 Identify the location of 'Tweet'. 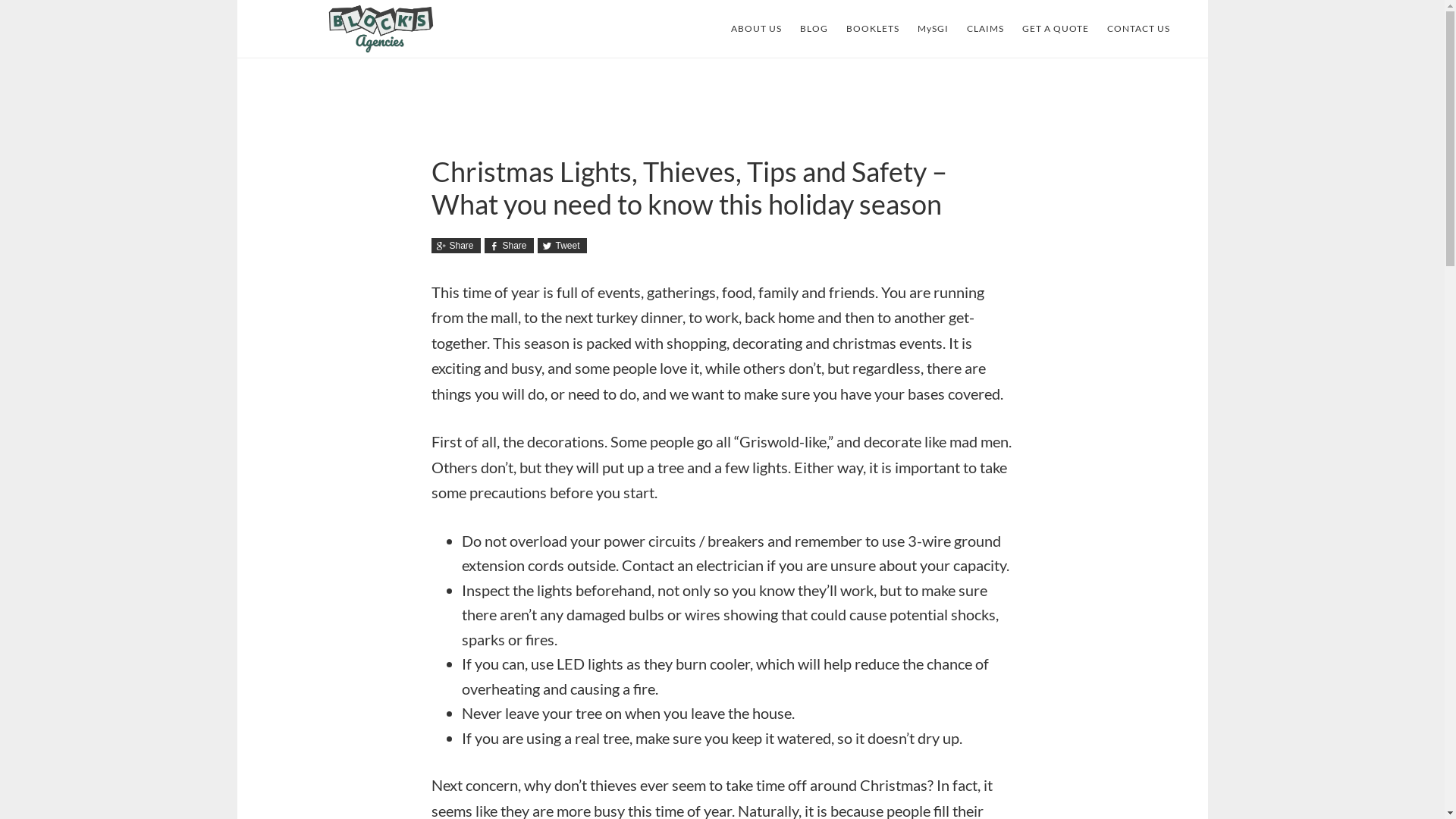
(560, 245).